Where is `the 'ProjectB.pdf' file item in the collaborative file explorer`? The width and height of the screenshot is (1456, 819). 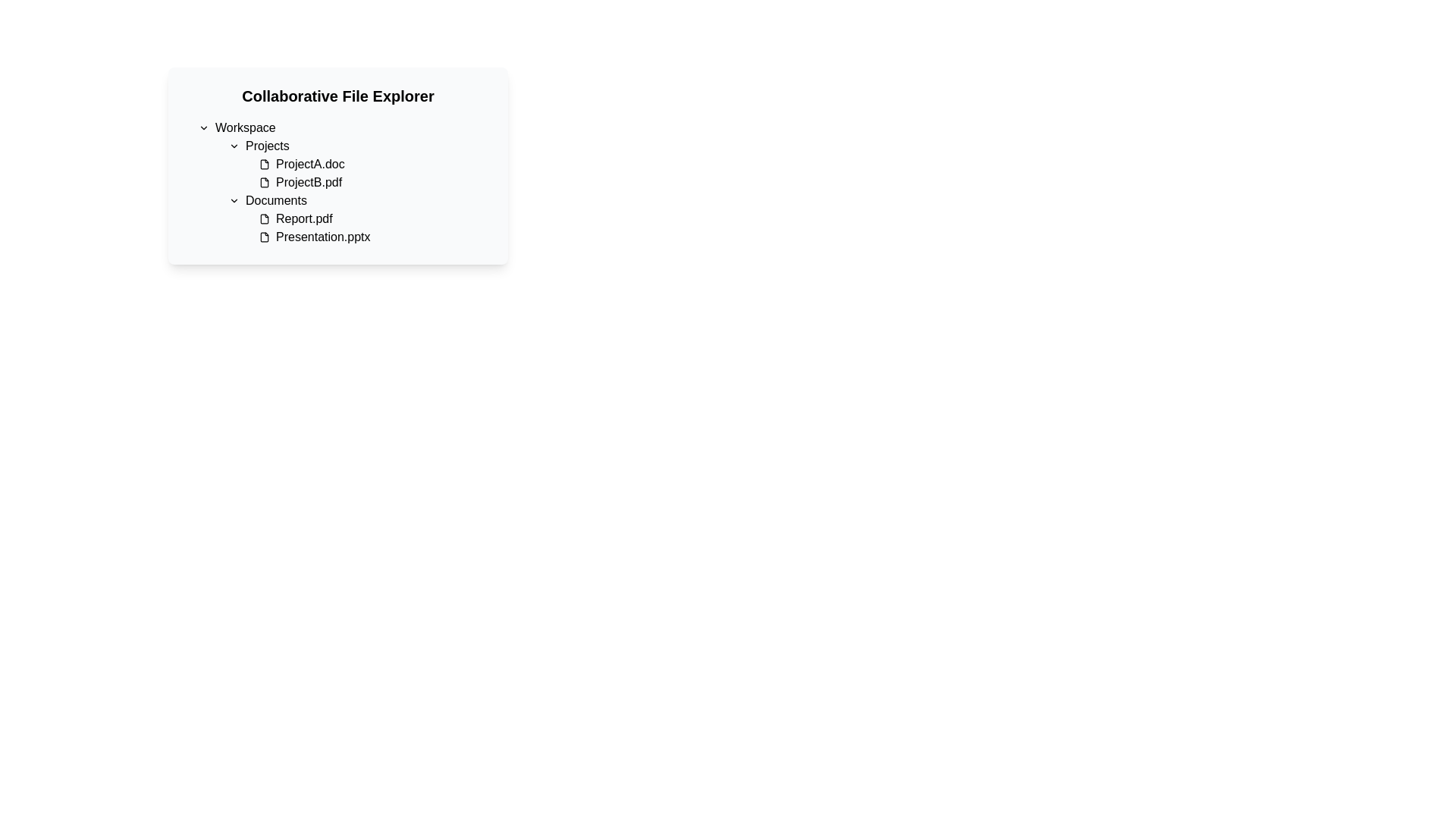 the 'ProjectB.pdf' file item in the collaborative file explorer is located at coordinates (375, 181).